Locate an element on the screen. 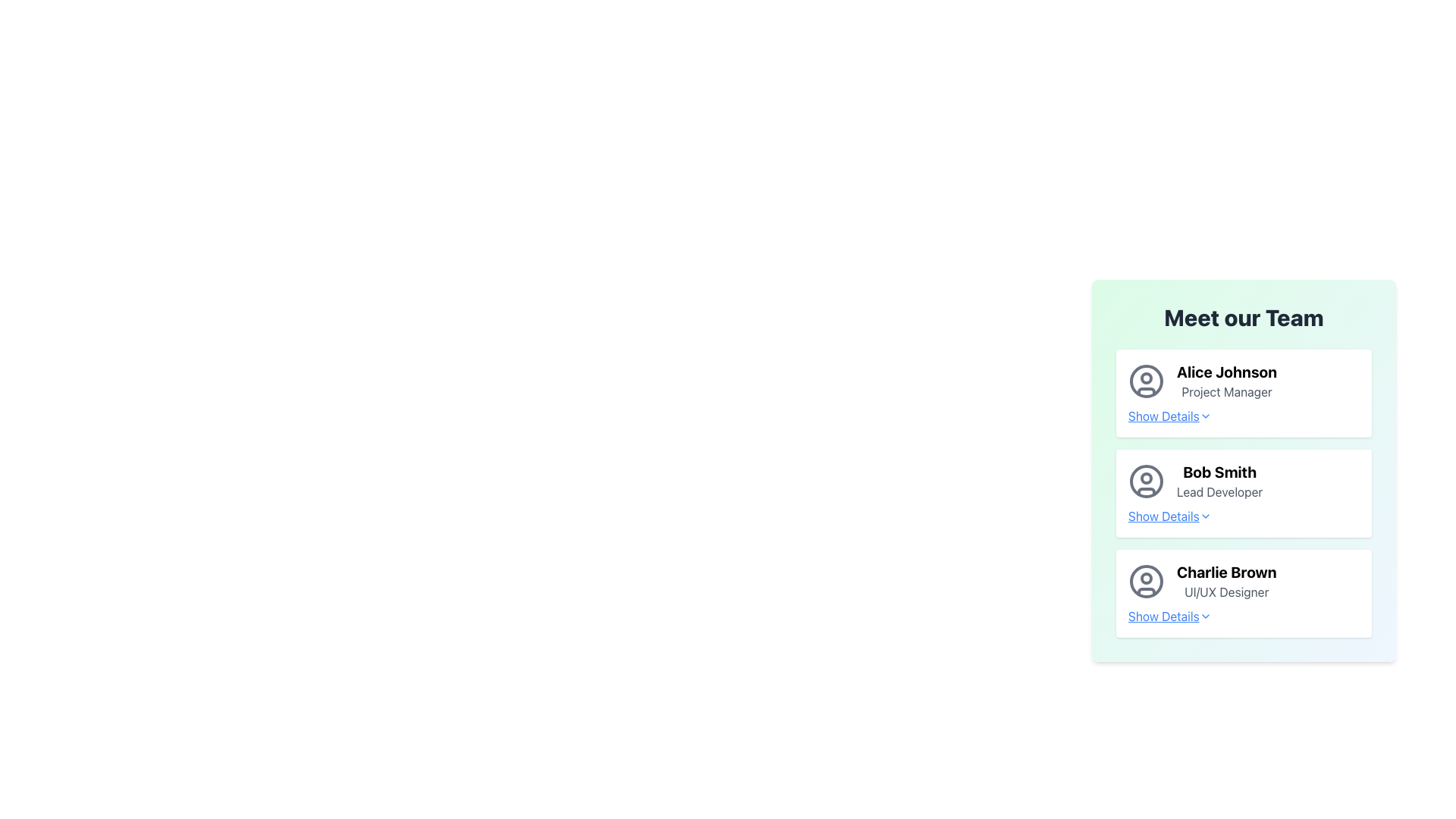 The image size is (1456, 819). the text block displaying 'Bob Smith' and 'Lead Developer' in the second team member card is located at coordinates (1219, 482).